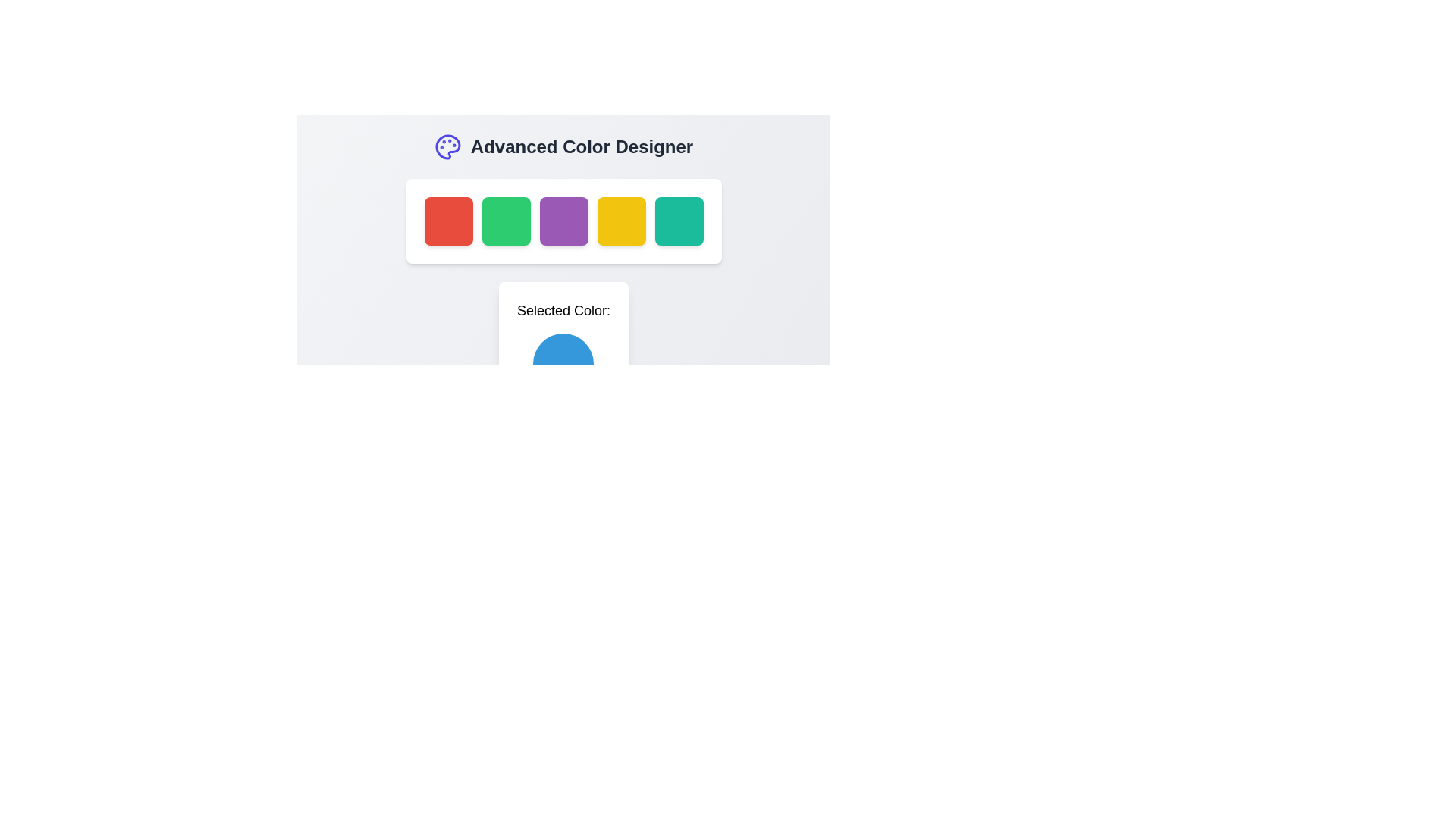 The width and height of the screenshot is (1456, 819). I want to click on the blue circular Color Display labeled 'Selected Color', which is centrally aligned below the color swatches, so click(563, 347).